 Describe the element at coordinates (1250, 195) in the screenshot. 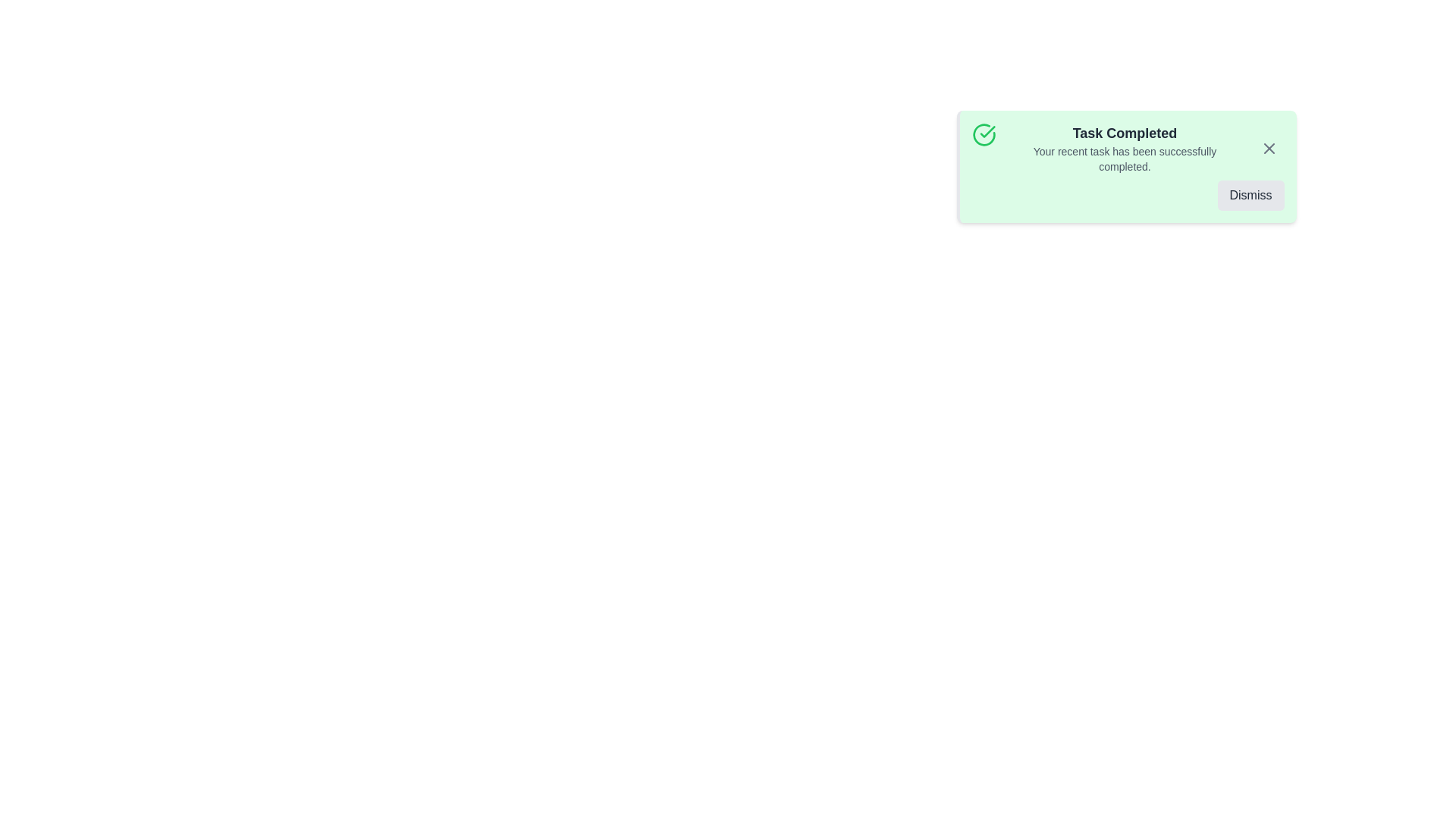

I see `the 'Dismiss' button located in the bottom-right corner of the notification panel` at that location.